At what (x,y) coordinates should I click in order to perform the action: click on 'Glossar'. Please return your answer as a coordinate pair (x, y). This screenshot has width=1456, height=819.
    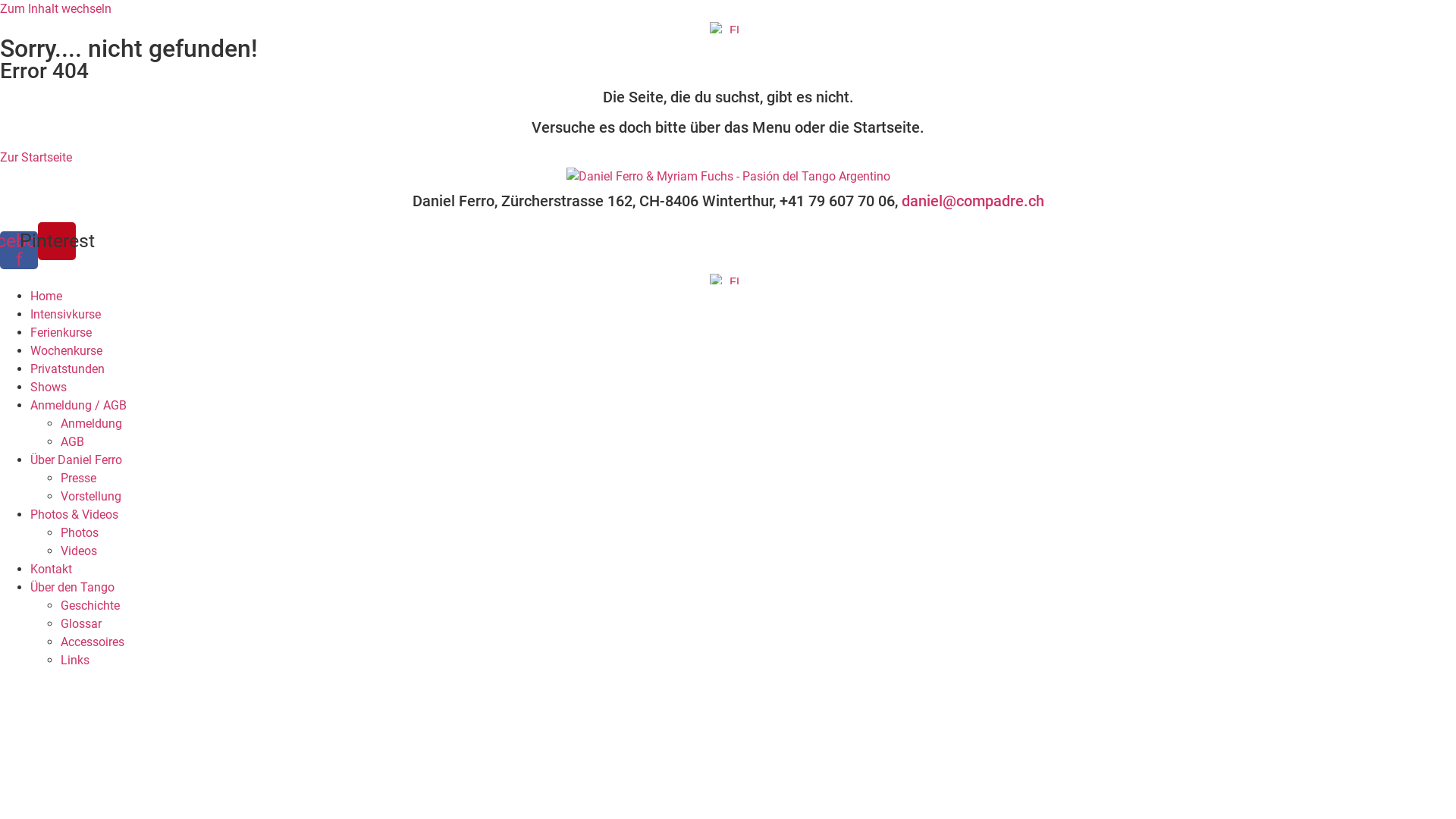
    Looking at the image, I should click on (80, 623).